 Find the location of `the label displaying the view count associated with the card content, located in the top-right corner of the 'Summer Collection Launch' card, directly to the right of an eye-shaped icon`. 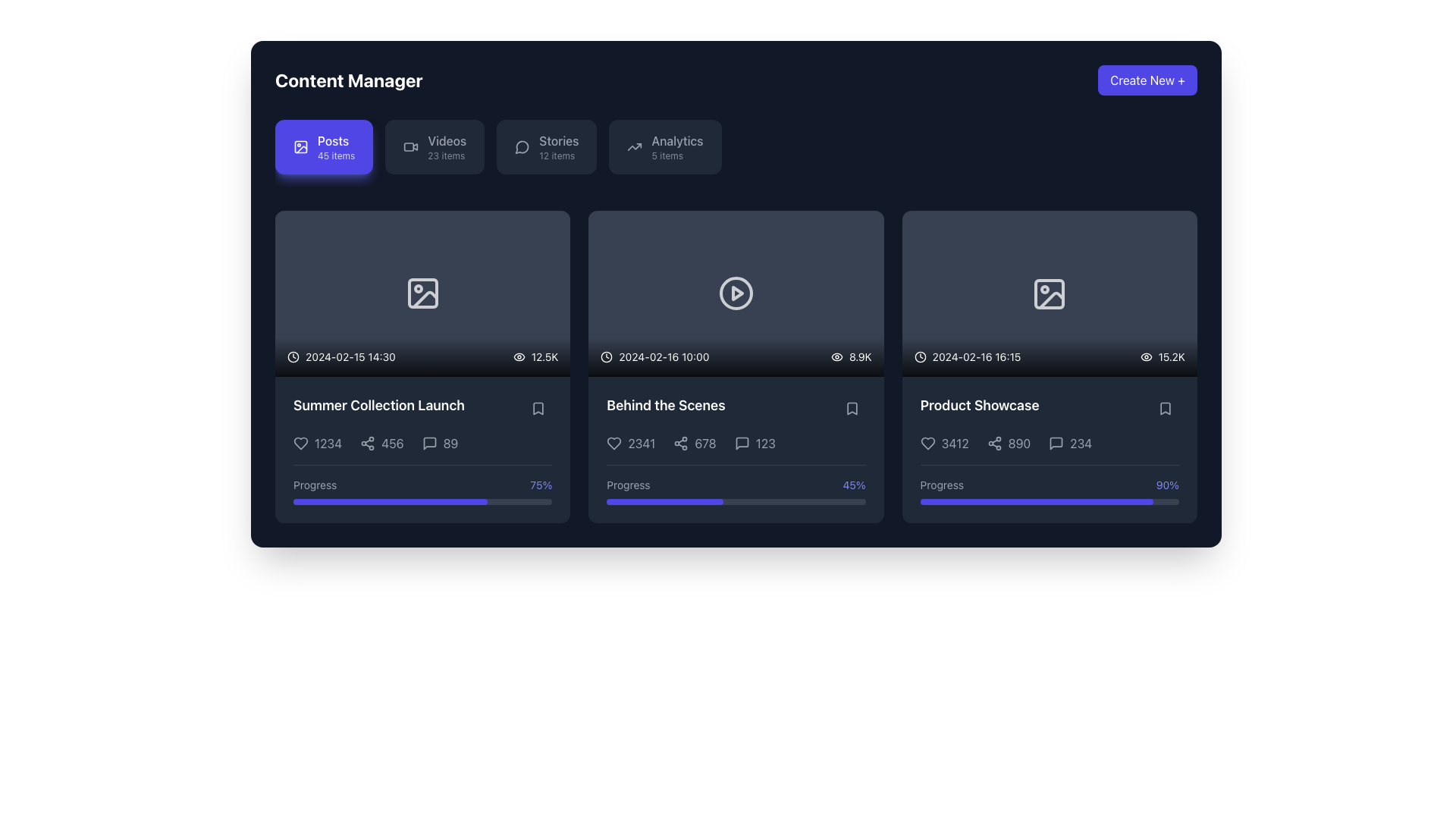

the label displaying the view count associated with the card content, located in the top-right corner of the 'Summer Collection Launch' card, directly to the right of an eye-shaped icon is located at coordinates (544, 356).